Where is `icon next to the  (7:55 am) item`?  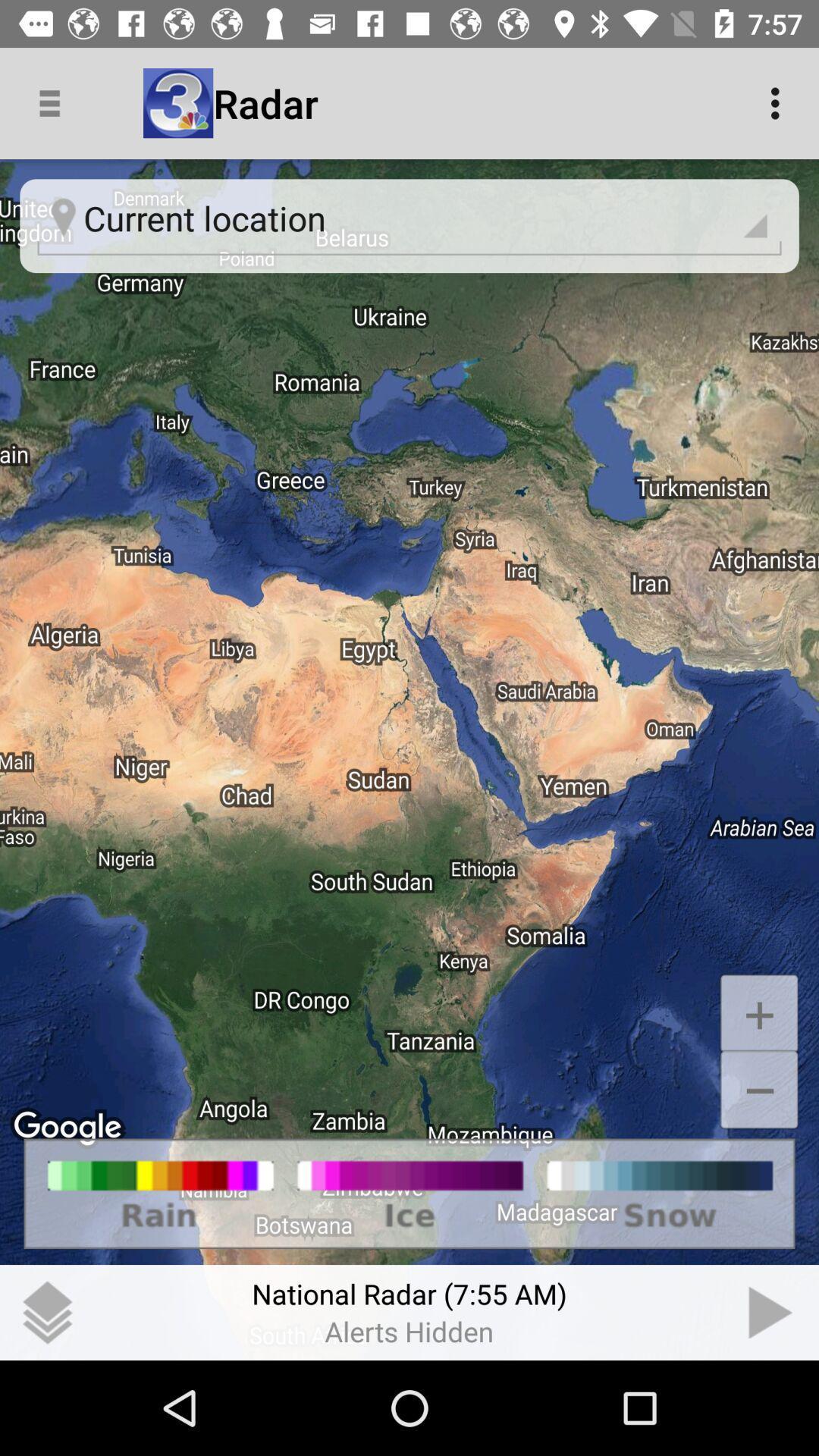 icon next to the  (7:55 am) item is located at coordinates (771, 1312).